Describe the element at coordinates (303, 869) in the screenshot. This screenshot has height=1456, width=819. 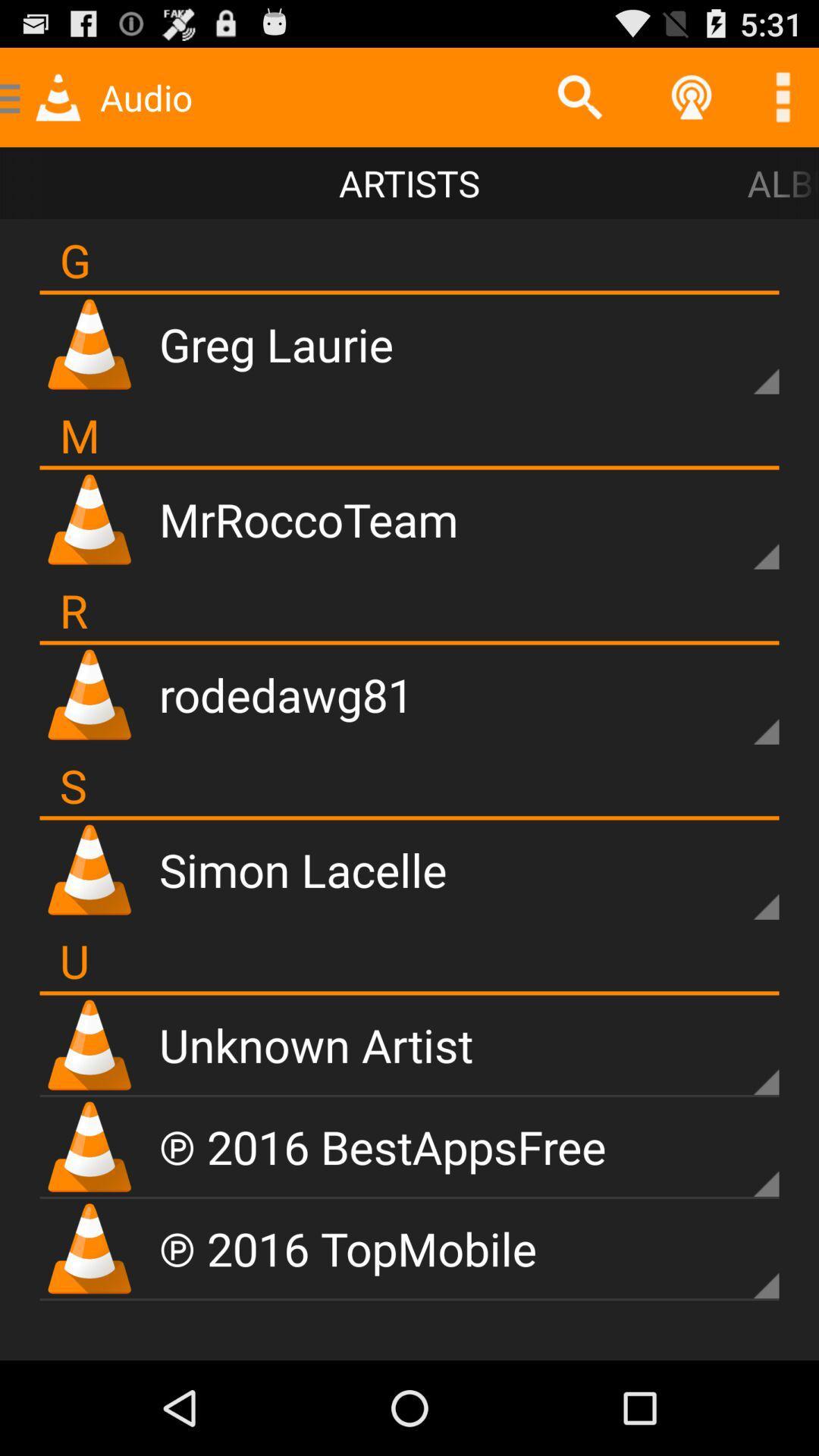
I see `the simon lacelle app` at that location.